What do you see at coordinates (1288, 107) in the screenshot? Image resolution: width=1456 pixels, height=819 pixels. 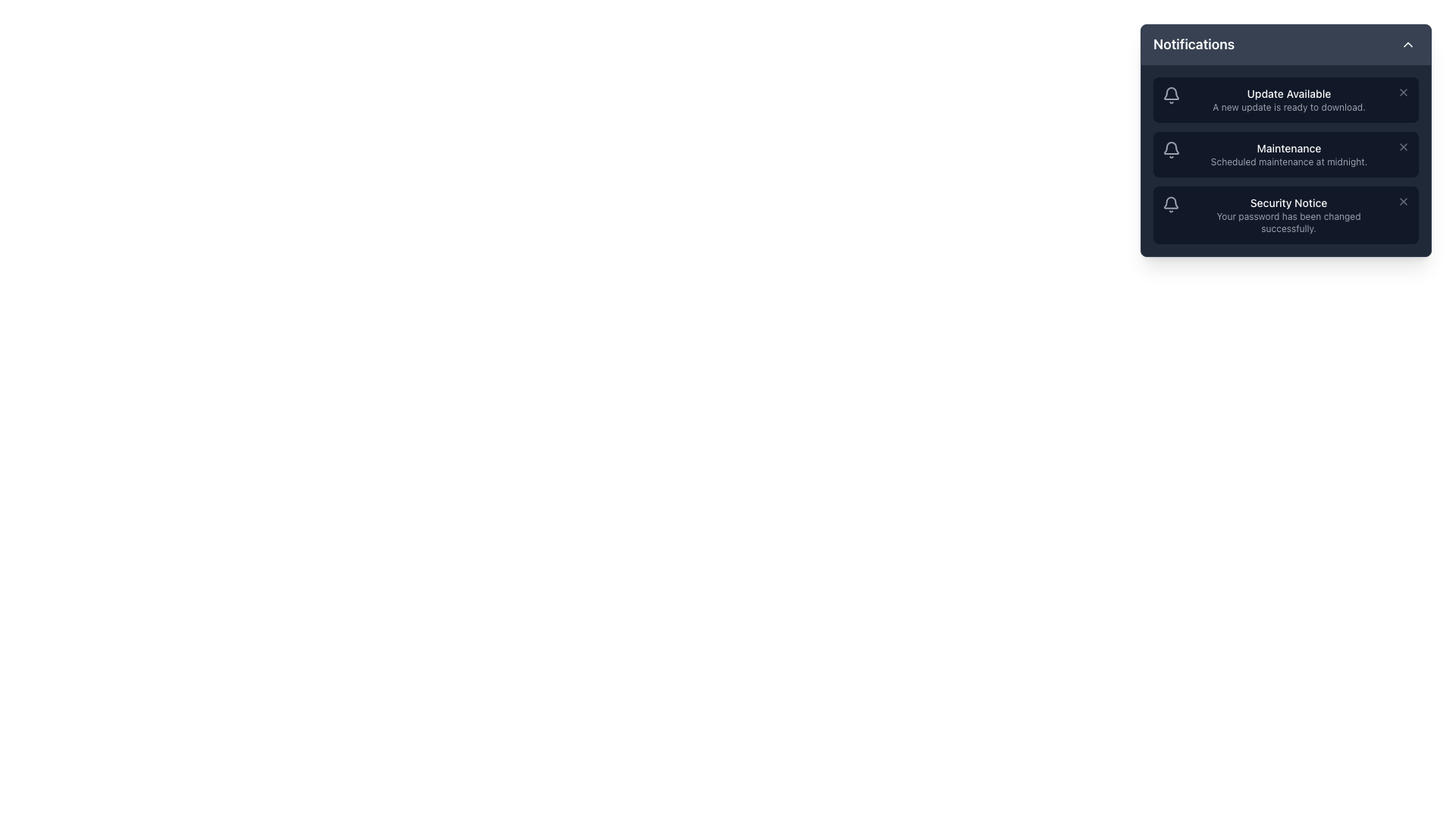 I see `the text label displaying 'A new update is ready to download.' which is located below the header 'Update Available' in the notification panel` at bounding box center [1288, 107].